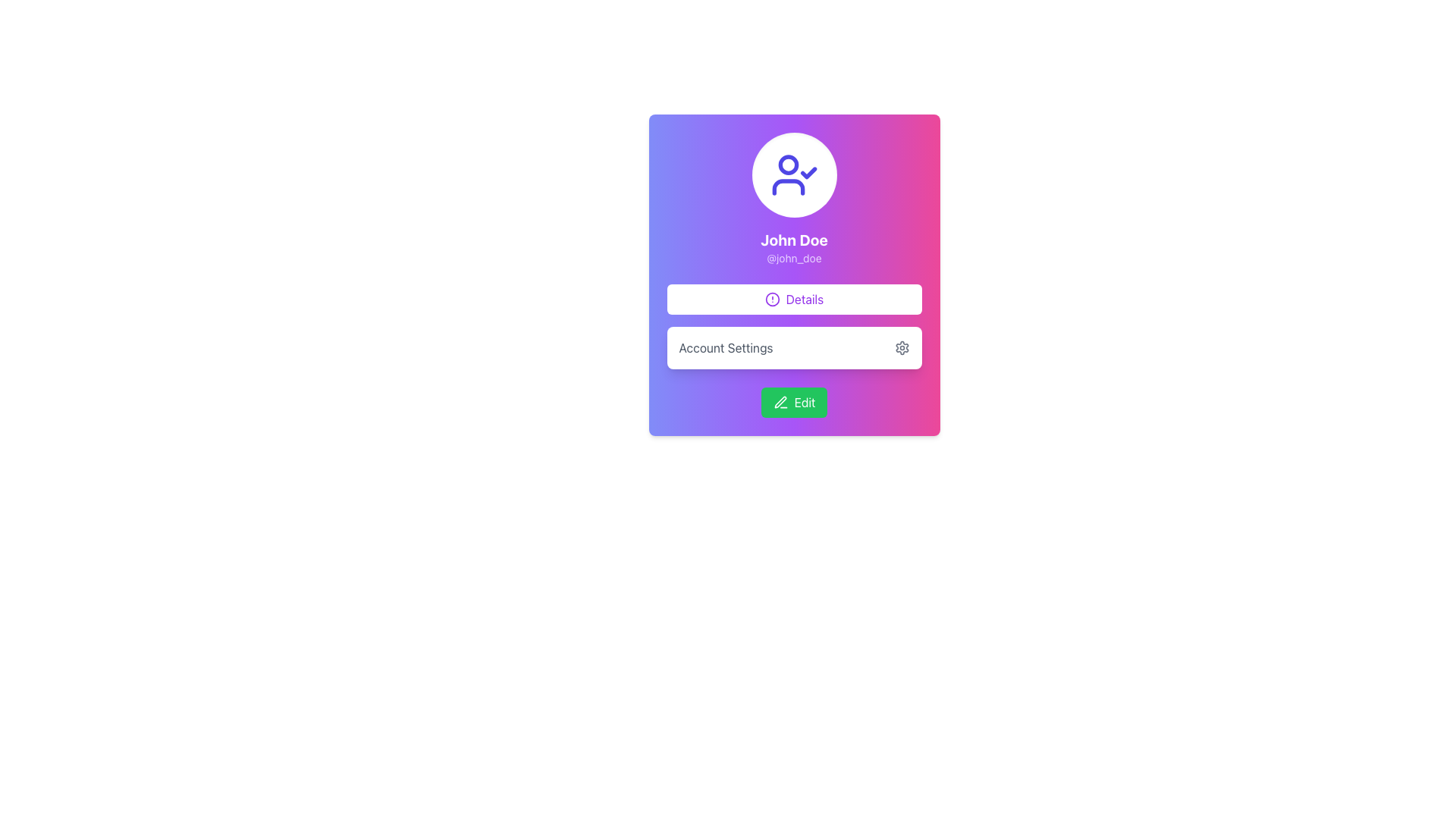 This screenshot has height=819, width=1456. What do you see at coordinates (902, 348) in the screenshot?
I see `the account settings icon` at bounding box center [902, 348].